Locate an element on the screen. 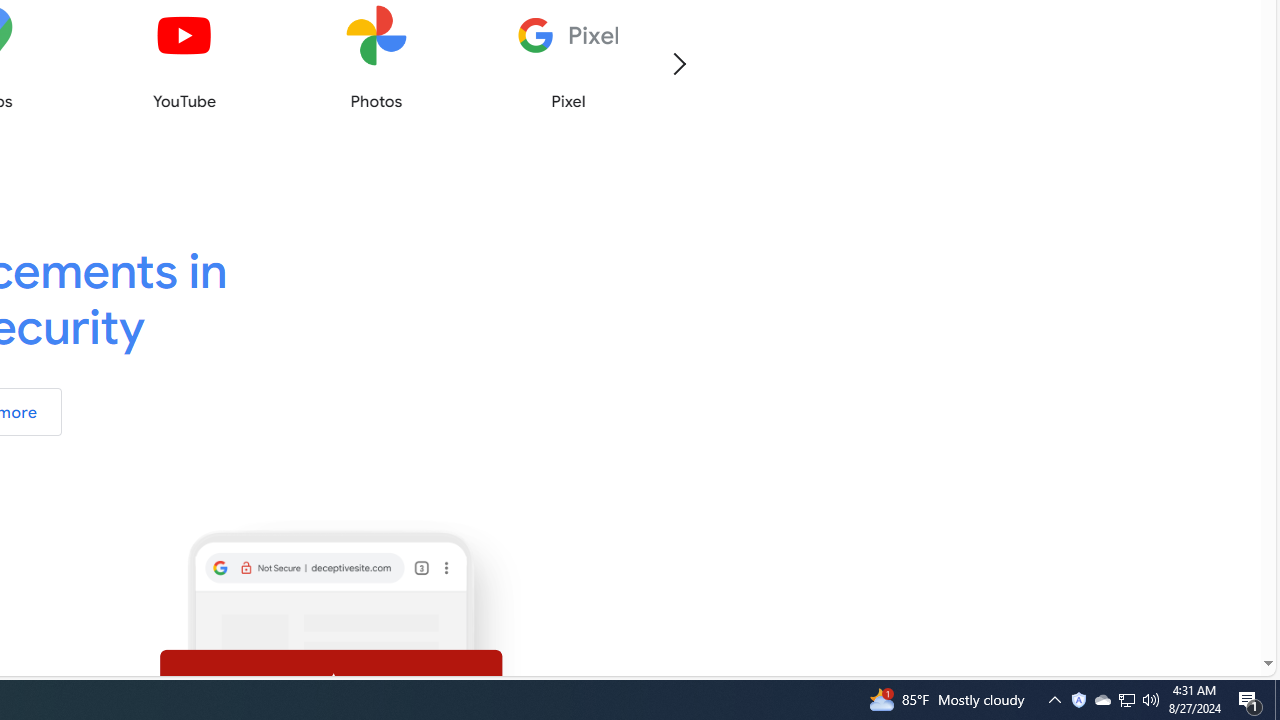 The height and width of the screenshot is (720, 1280). 'Pixel' is located at coordinates (567, 58).